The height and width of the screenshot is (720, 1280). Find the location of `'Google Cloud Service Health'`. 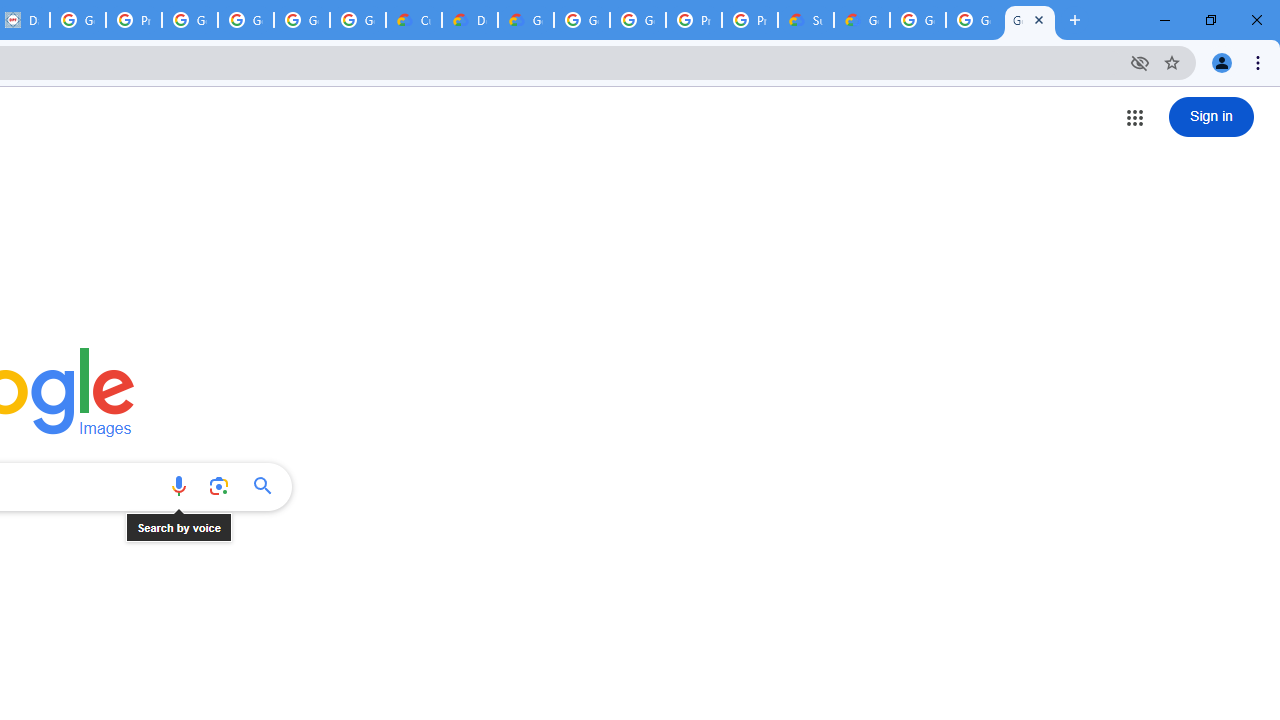

'Google Cloud Service Health' is located at coordinates (862, 20).